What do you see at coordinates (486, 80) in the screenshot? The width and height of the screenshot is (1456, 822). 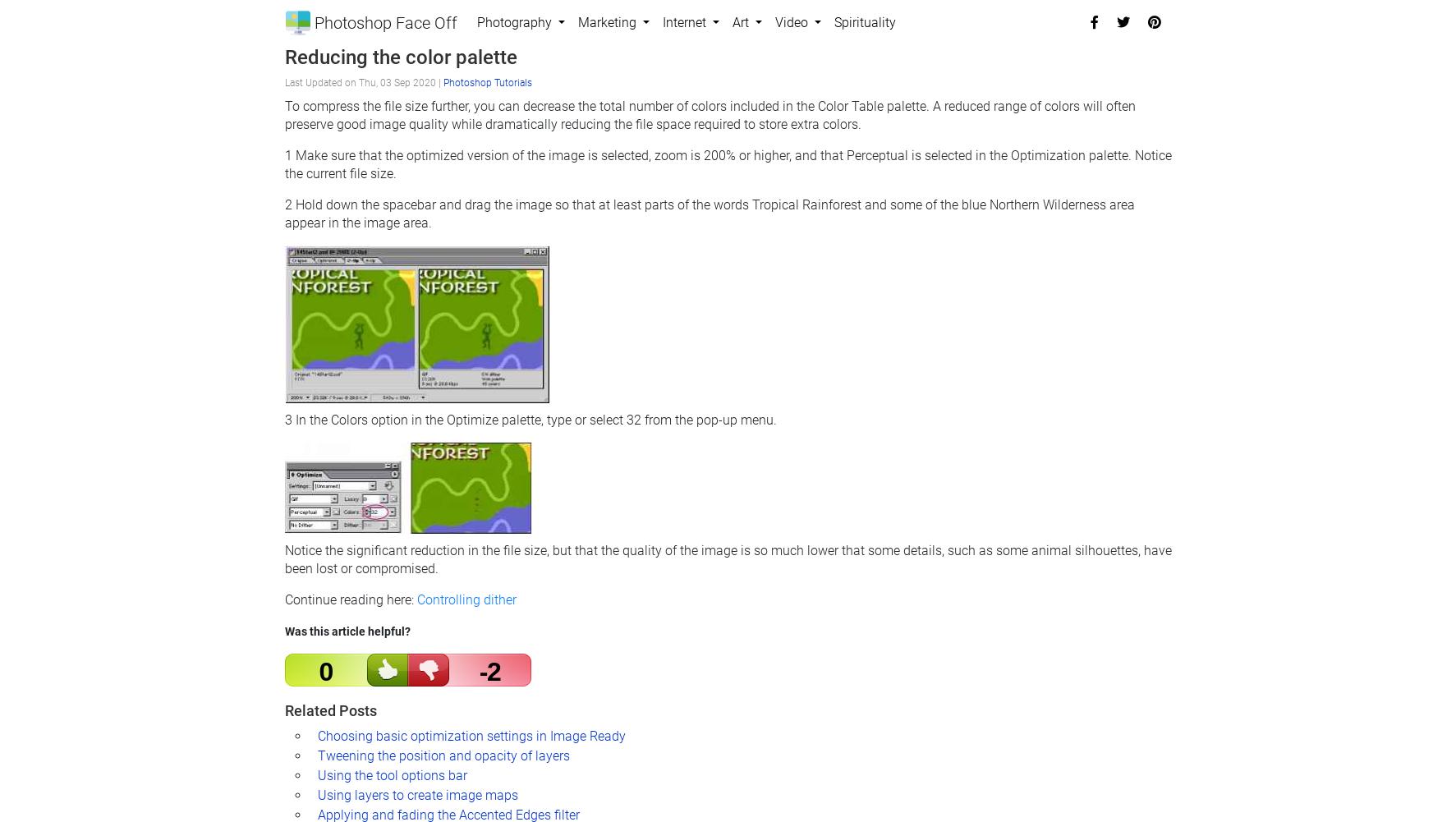 I see `'Photoshop Tutorials'` at bounding box center [486, 80].